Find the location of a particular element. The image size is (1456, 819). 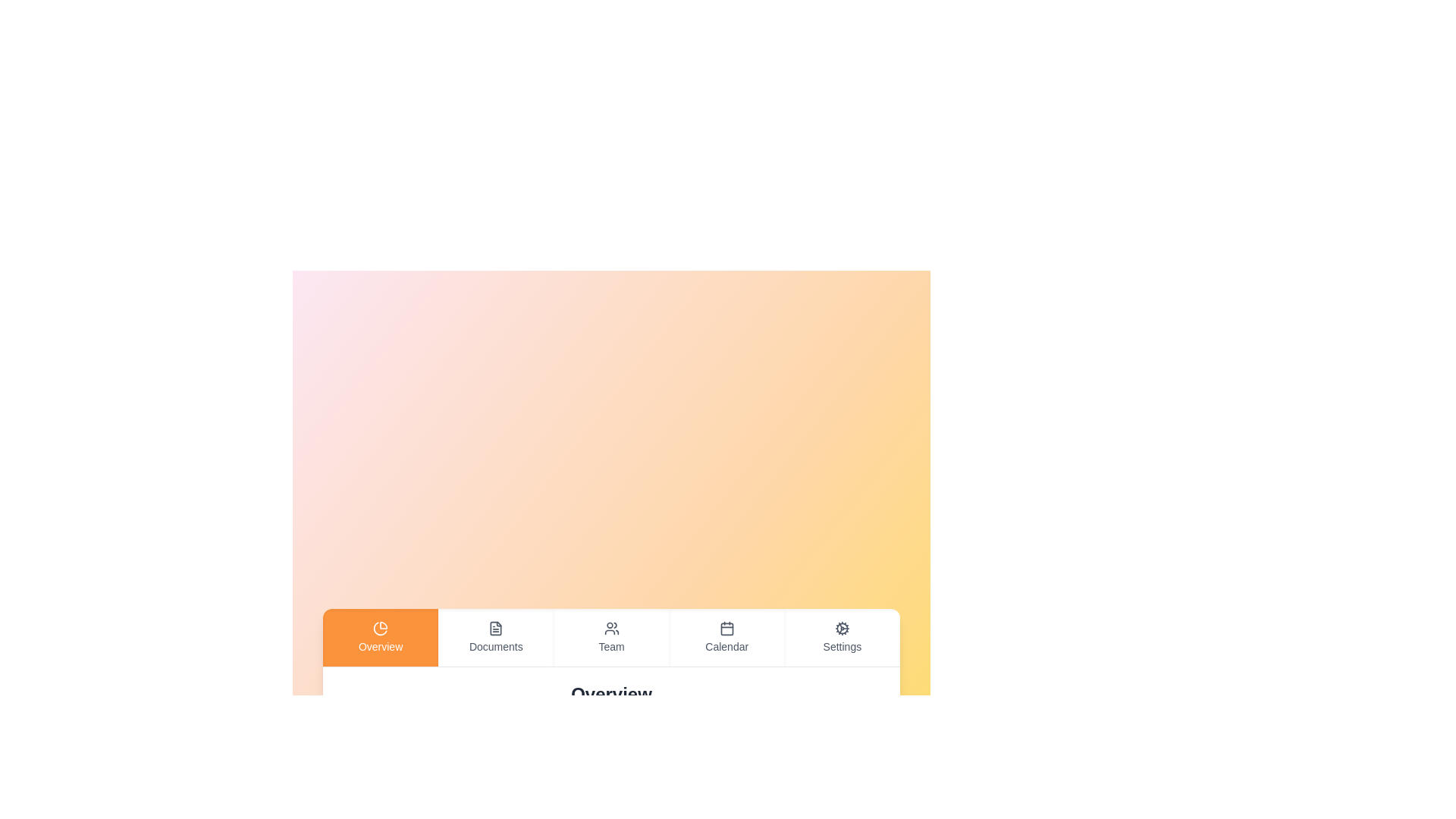

the static calendar icon located at the top of the 'Calendar' section in the bottom navigation bar is located at coordinates (726, 628).